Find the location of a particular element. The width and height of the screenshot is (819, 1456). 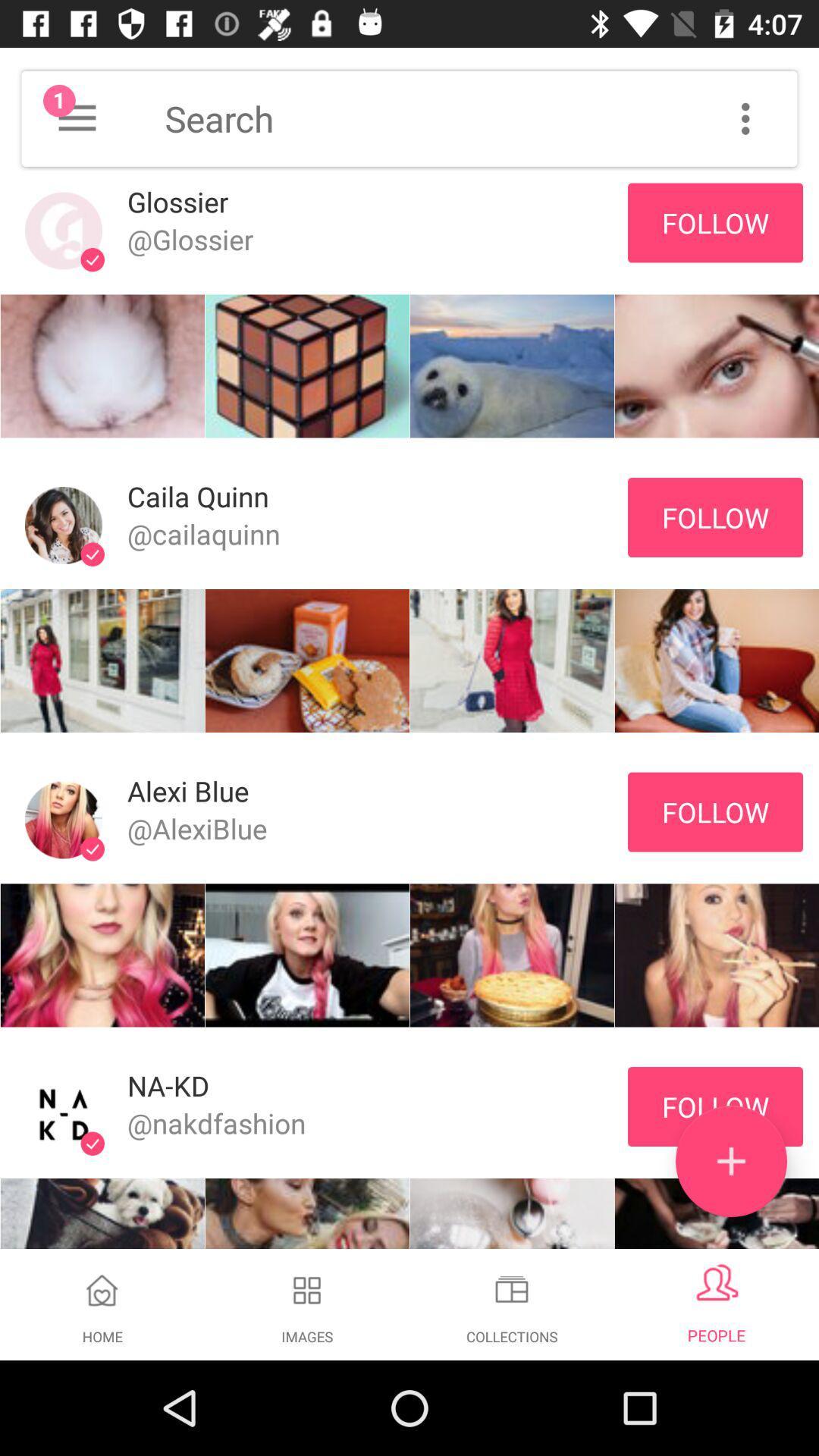

open menu is located at coordinates (77, 118).